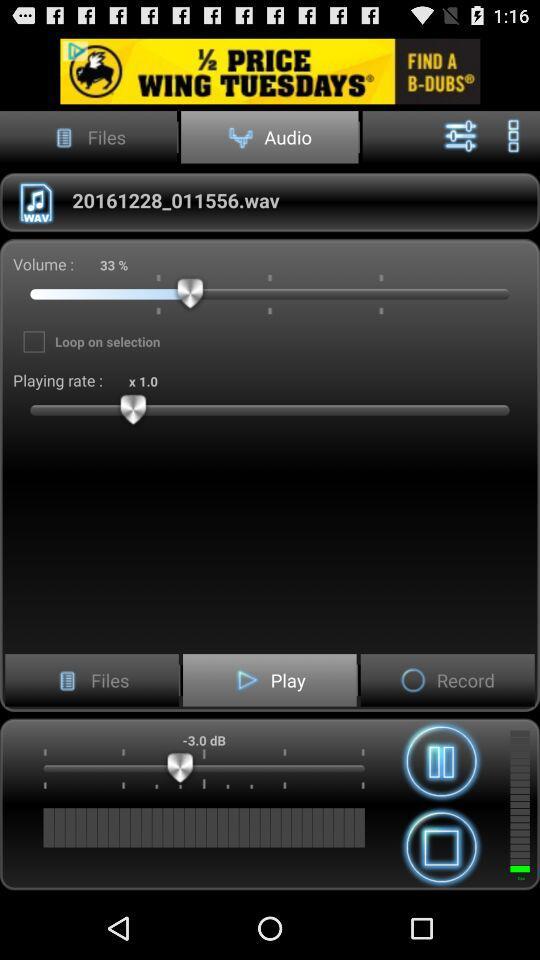  What do you see at coordinates (270, 71) in the screenshot?
I see `this advertised product` at bounding box center [270, 71].